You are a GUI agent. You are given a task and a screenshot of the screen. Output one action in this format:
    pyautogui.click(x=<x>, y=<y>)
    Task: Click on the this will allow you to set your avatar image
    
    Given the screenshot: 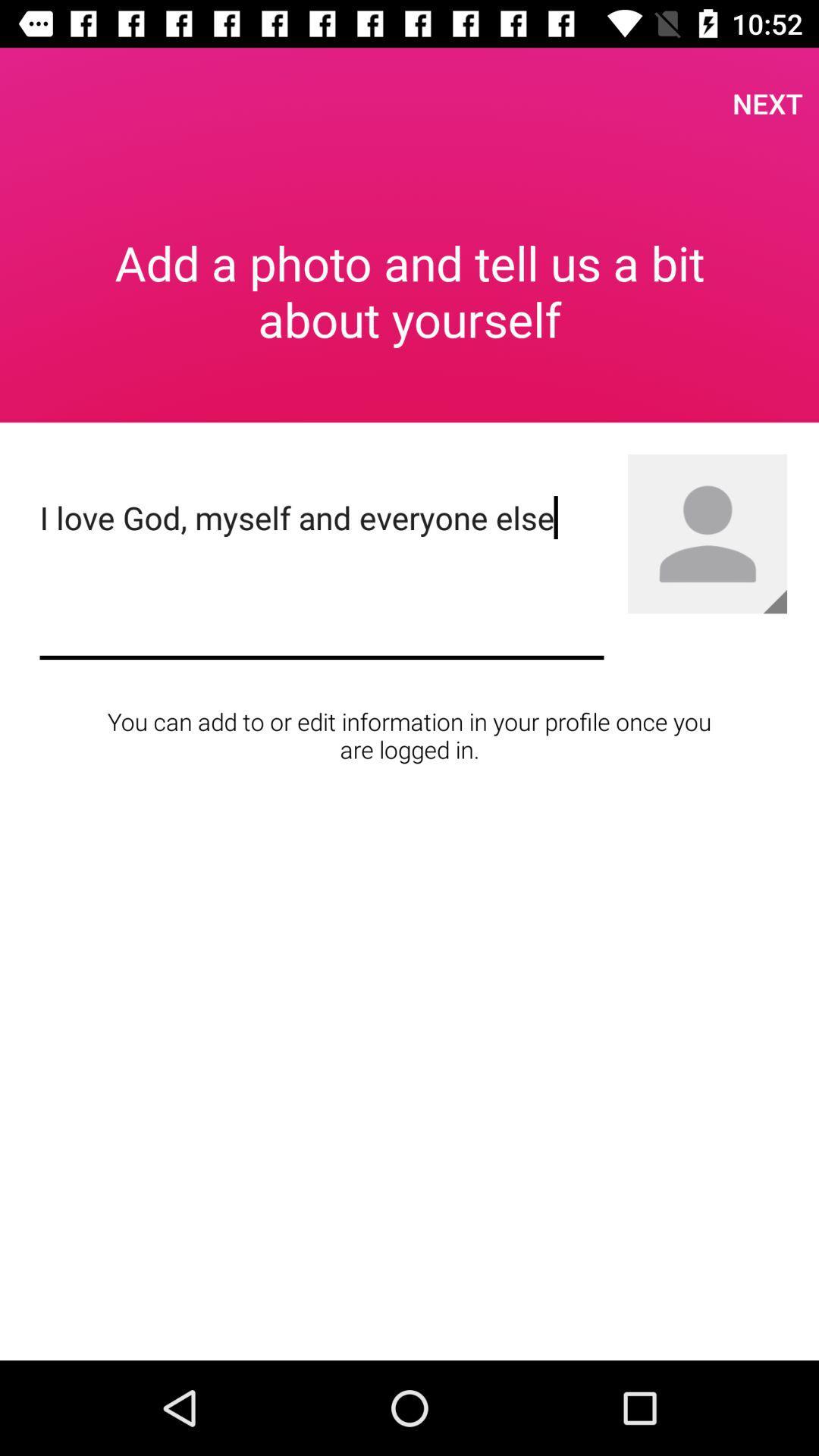 What is the action you would take?
    pyautogui.click(x=708, y=534)
    